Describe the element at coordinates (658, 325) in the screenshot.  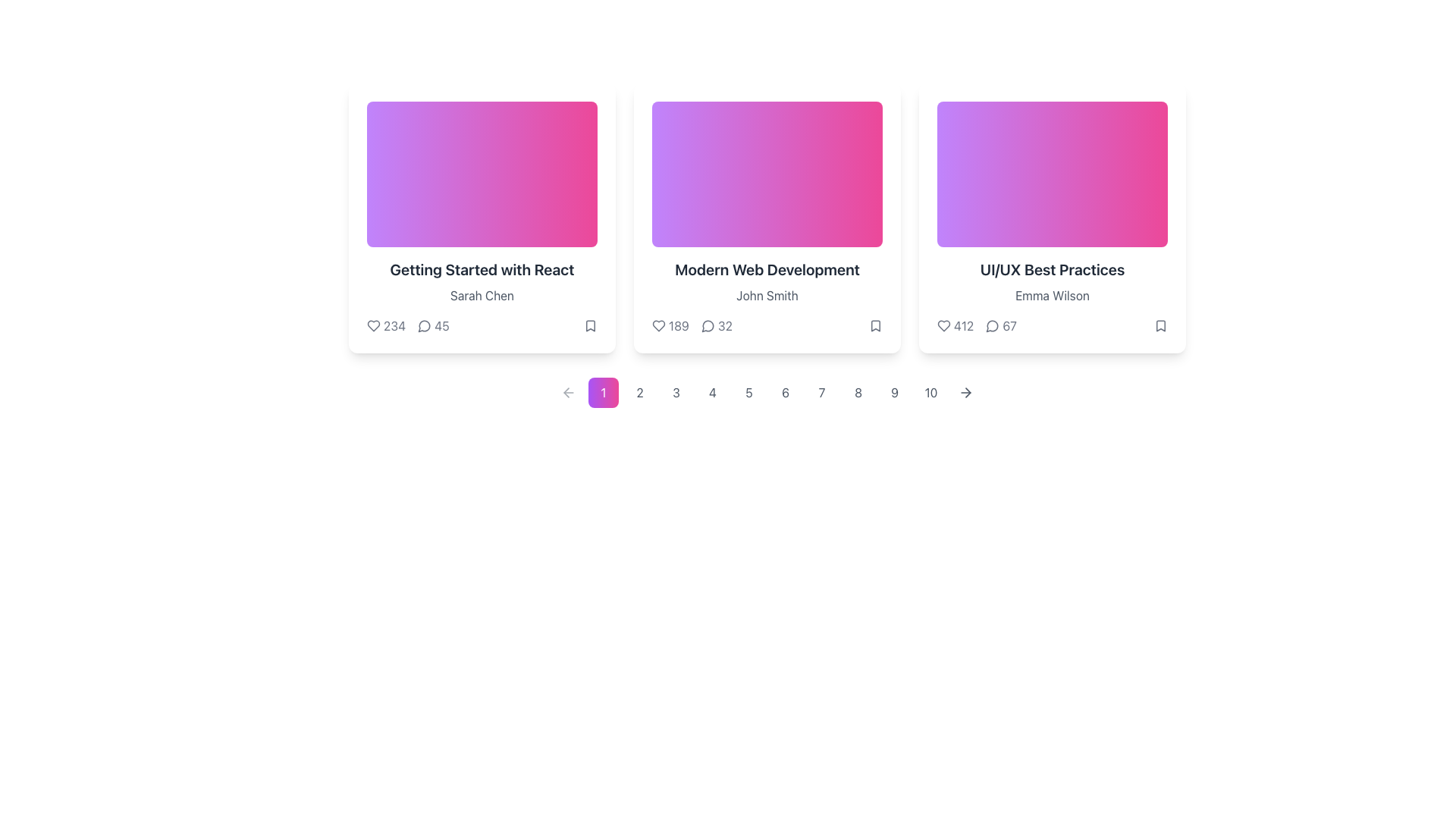
I see `the heart icon that signifies a 'like' or 'favorite' action, located within the second card from the left on the top row of the interface grid` at that location.